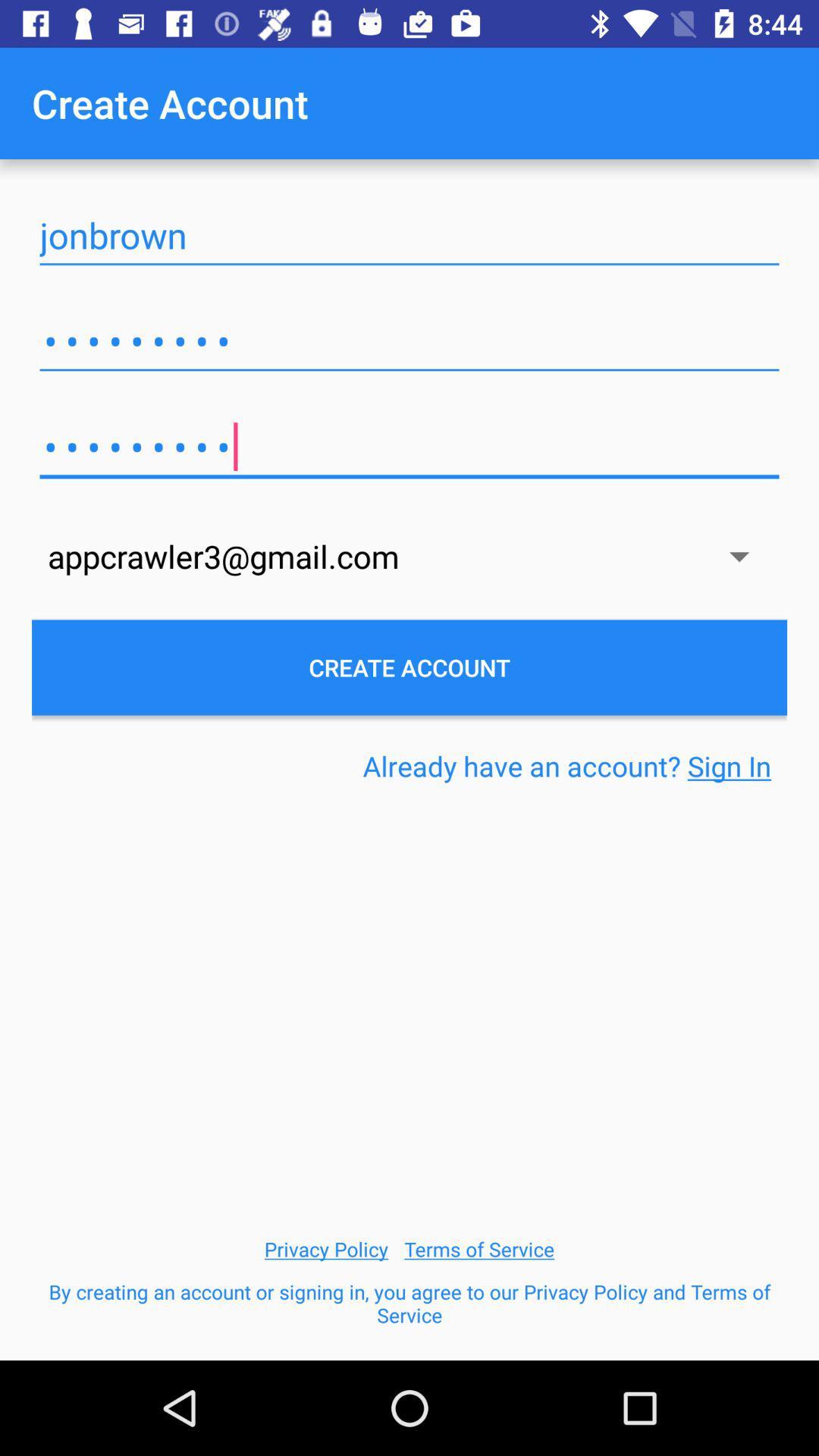 This screenshot has width=819, height=1456. Describe the element at coordinates (566, 766) in the screenshot. I see `item below the create account` at that location.